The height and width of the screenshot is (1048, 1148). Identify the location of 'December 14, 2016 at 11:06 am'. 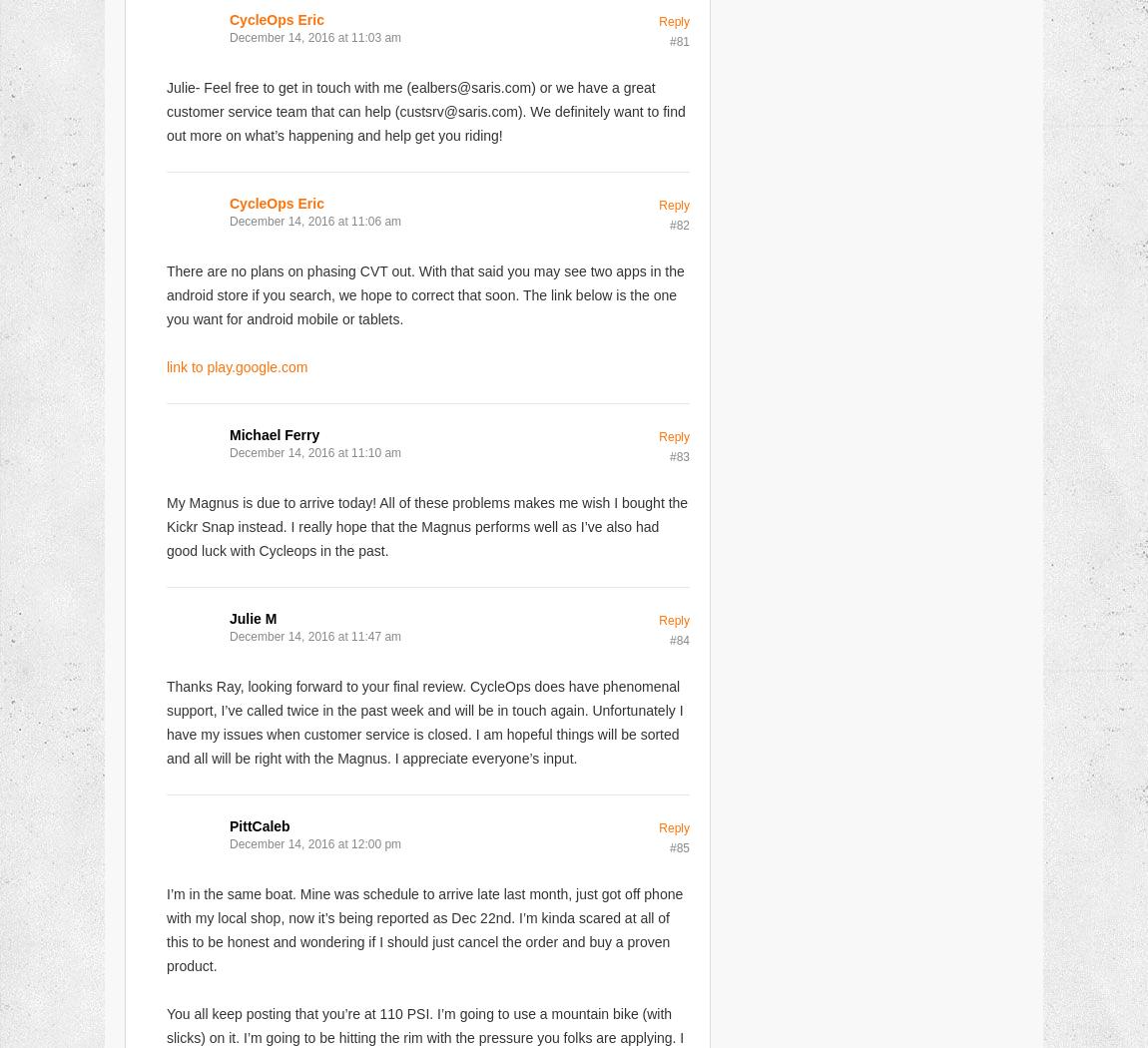
(315, 220).